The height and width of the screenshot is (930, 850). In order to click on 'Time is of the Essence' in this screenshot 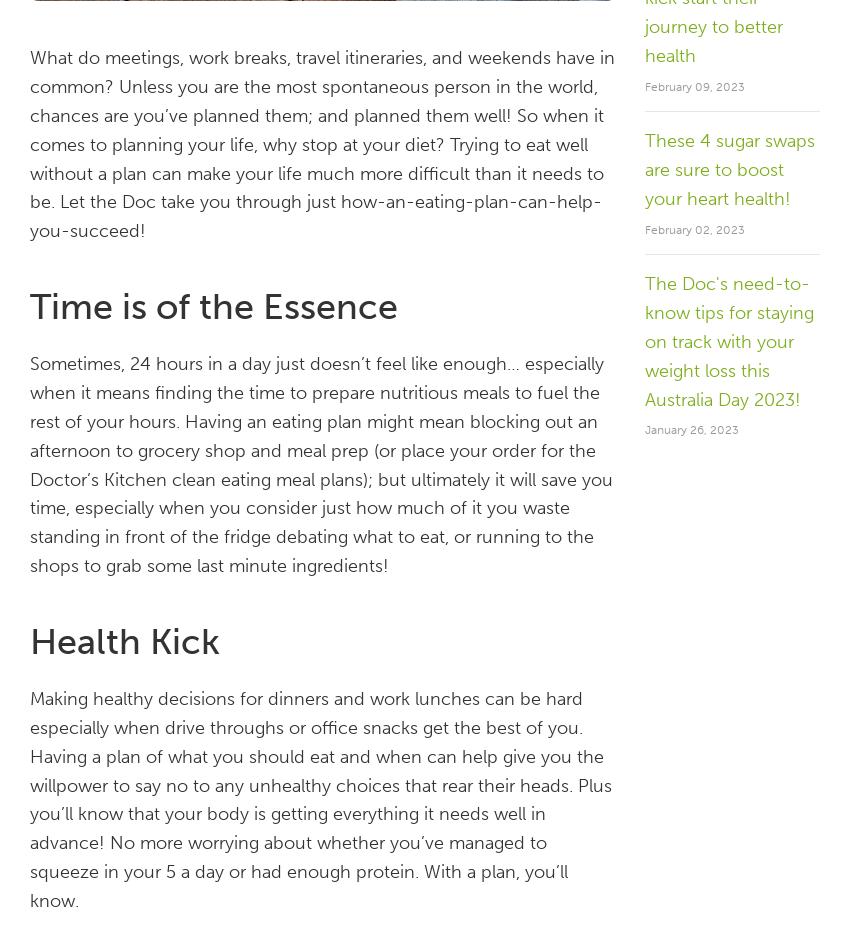, I will do `click(29, 305)`.